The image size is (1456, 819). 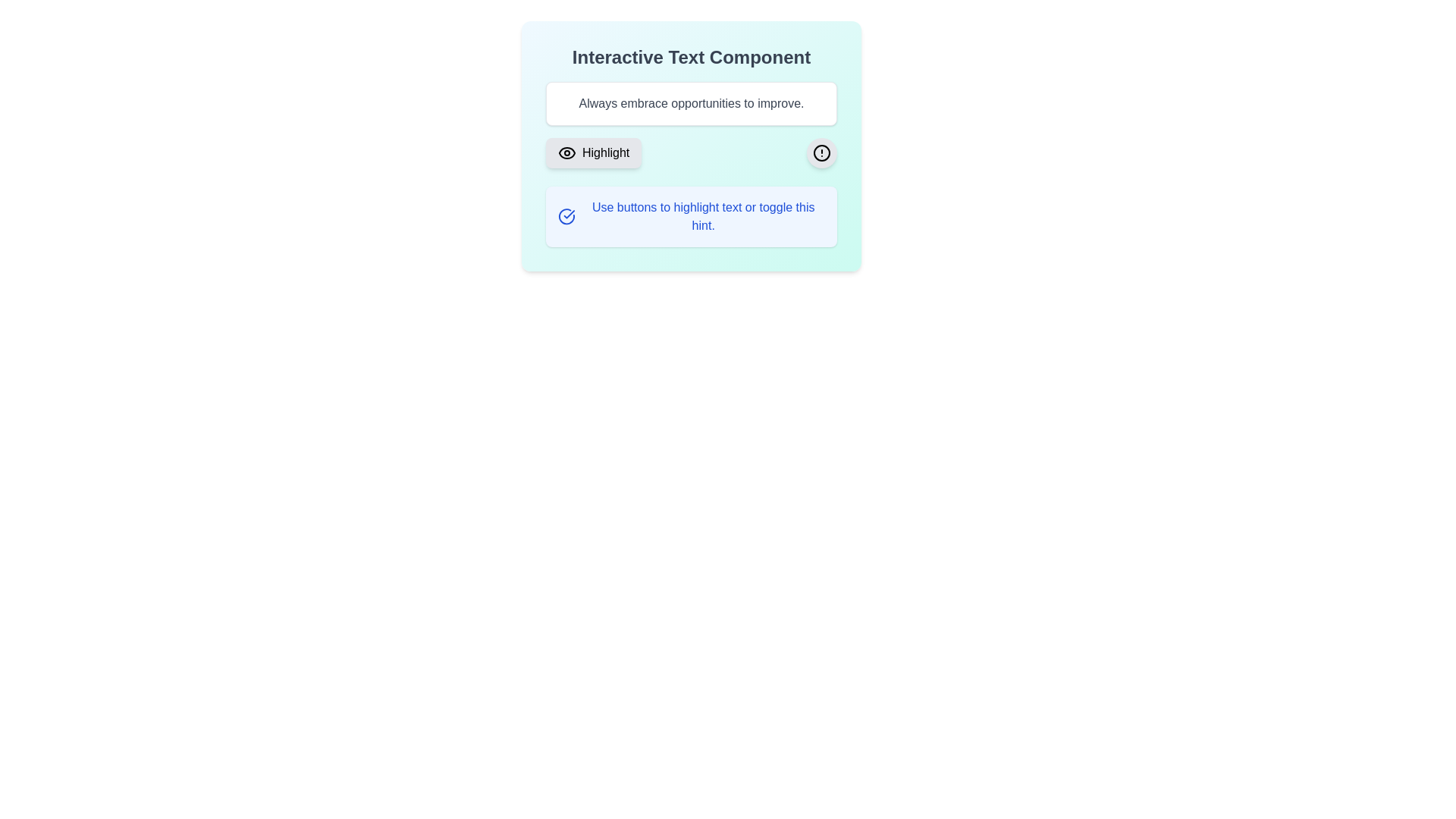 I want to click on the confirmation icon located to the left of the textual hint message at the bottom section of the interactive text component, so click(x=566, y=216).